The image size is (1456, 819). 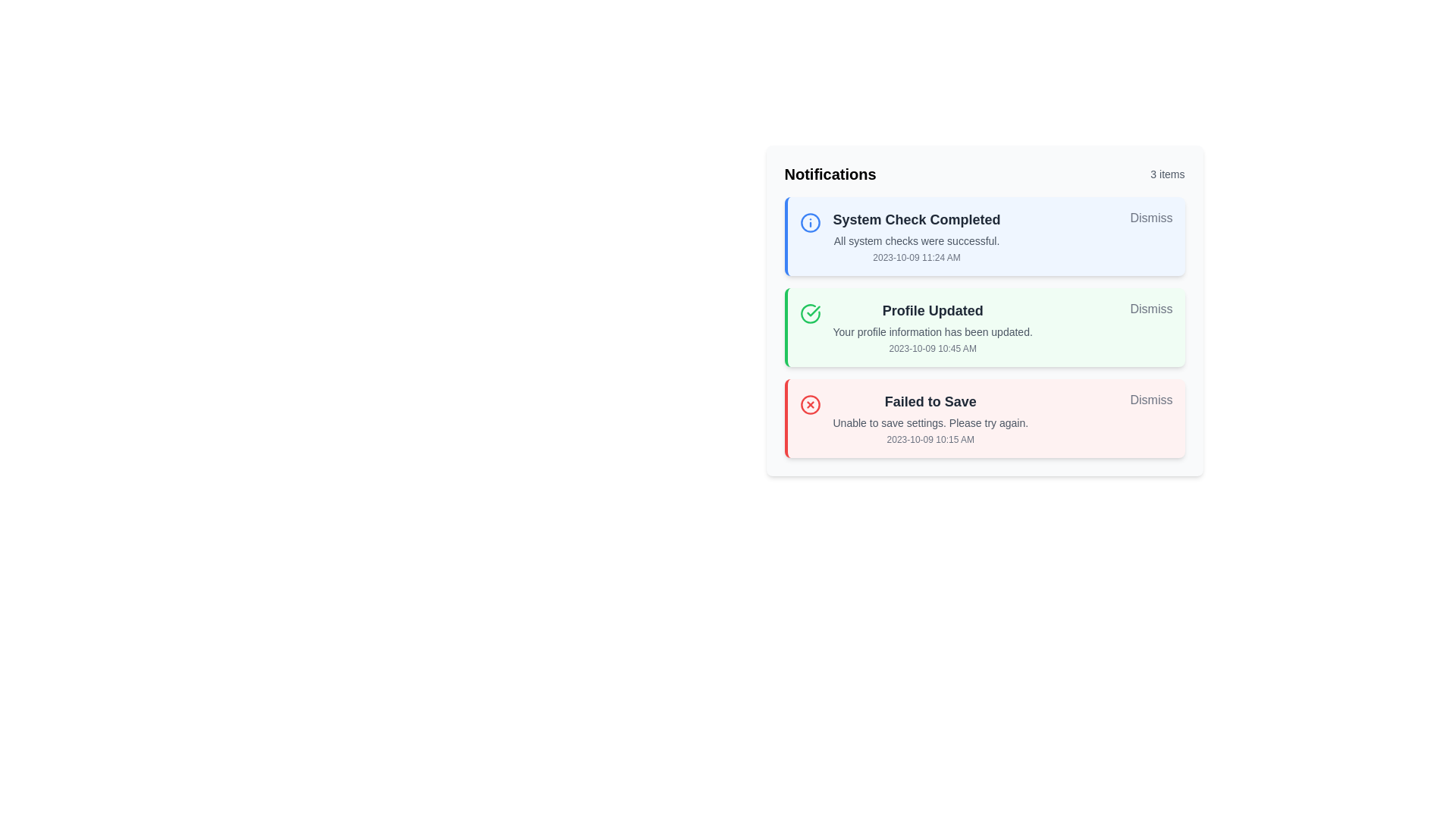 What do you see at coordinates (809, 403) in the screenshot?
I see `the error icon indicating a failure state in the 'Failed to Save' notification located at the bottom of the notifications list` at bounding box center [809, 403].